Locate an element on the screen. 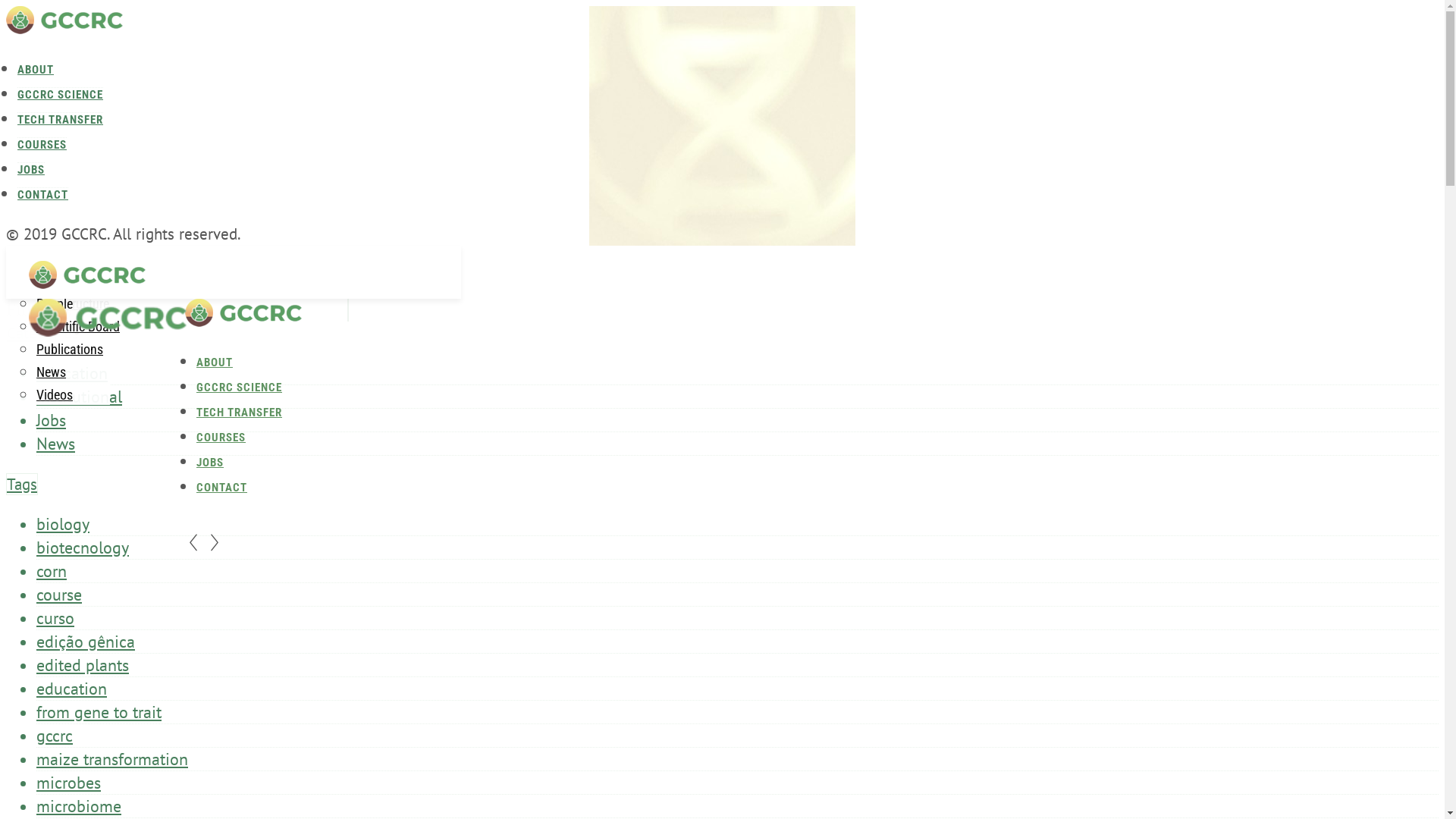  'Education' is located at coordinates (71, 373).